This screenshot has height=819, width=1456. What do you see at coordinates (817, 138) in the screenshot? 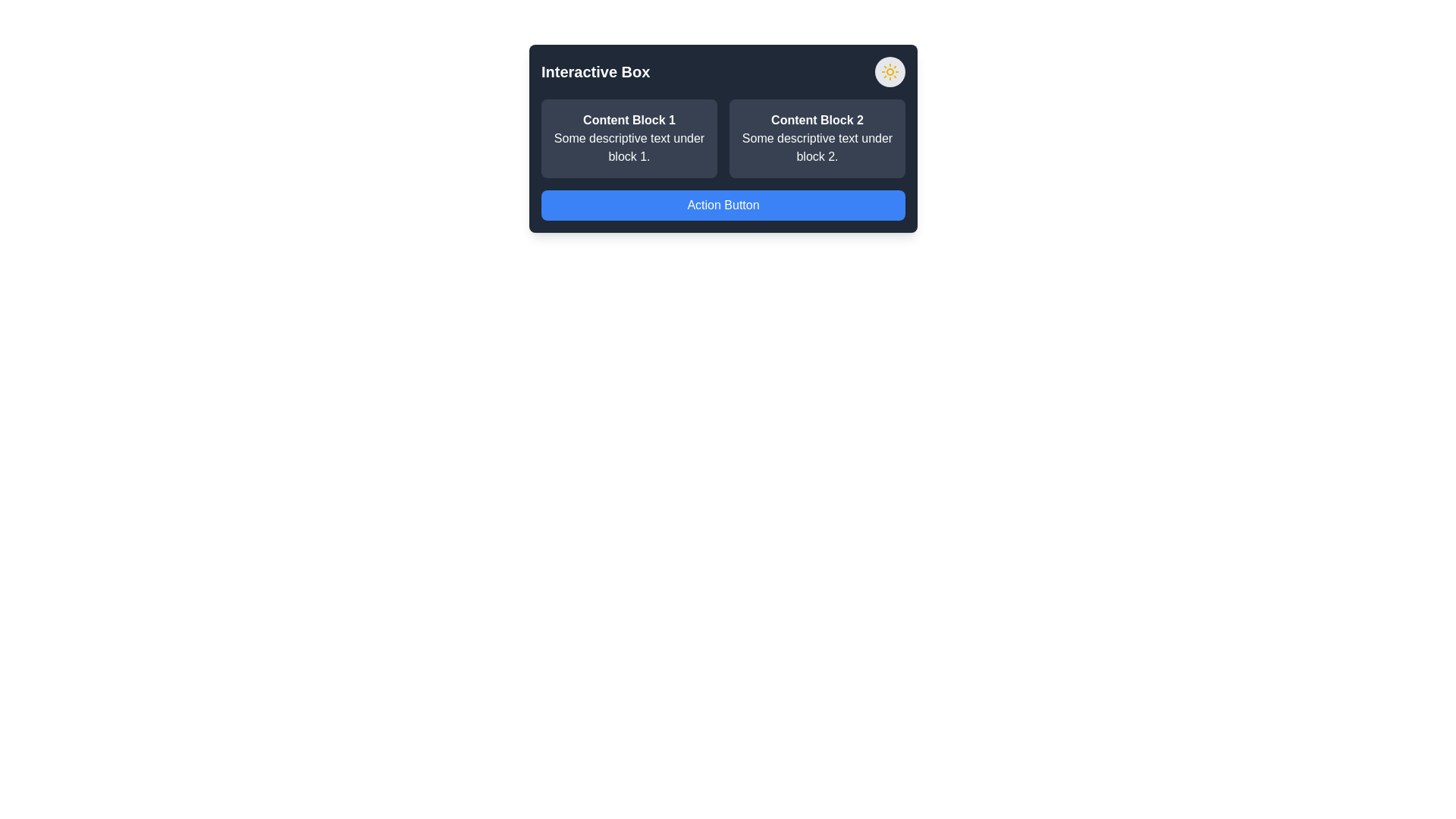
I see `information displayed in the second content card, which presents a title and supporting descriptive text, positioned to the right of Content Block 1` at bounding box center [817, 138].